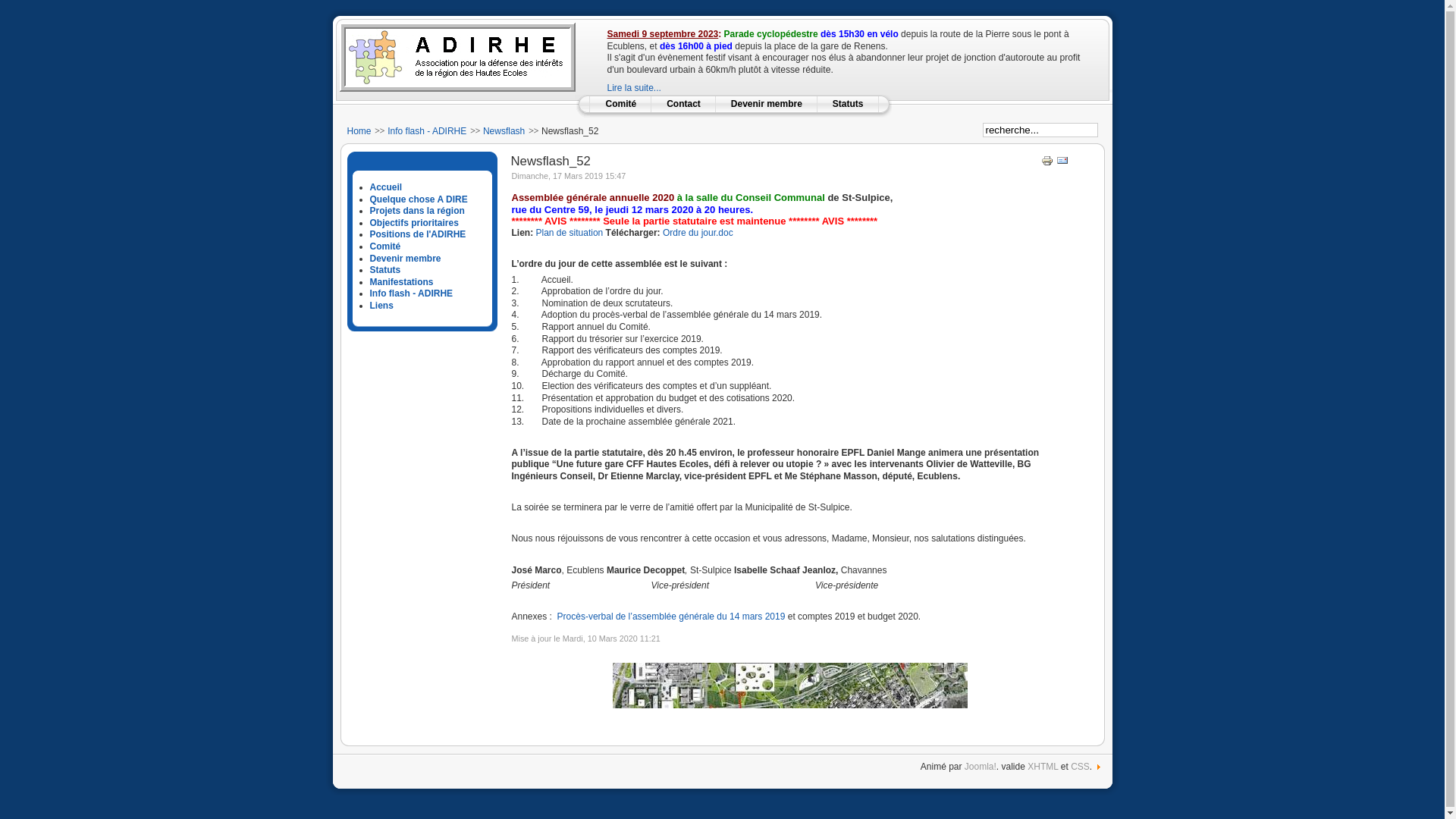 This screenshot has width=1456, height=819. Describe the element at coordinates (405, 257) in the screenshot. I see `'Devenir membre'` at that location.